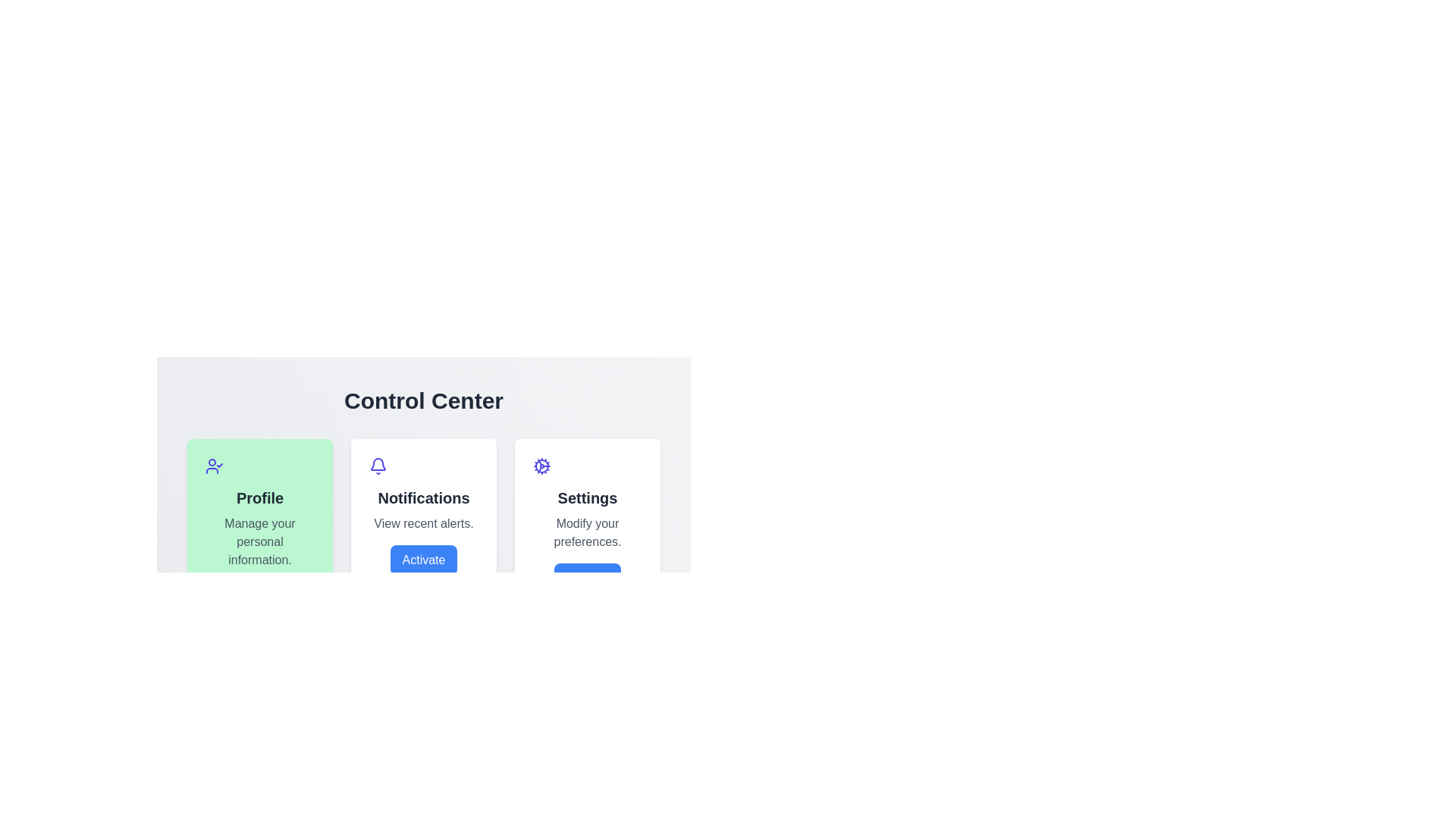 The width and height of the screenshot is (1456, 819). Describe the element at coordinates (259, 541) in the screenshot. I see `the static text label that provides a description for the 'Profile' section, located beneath the 'Profile' text and above the 'Open' button` at that location.